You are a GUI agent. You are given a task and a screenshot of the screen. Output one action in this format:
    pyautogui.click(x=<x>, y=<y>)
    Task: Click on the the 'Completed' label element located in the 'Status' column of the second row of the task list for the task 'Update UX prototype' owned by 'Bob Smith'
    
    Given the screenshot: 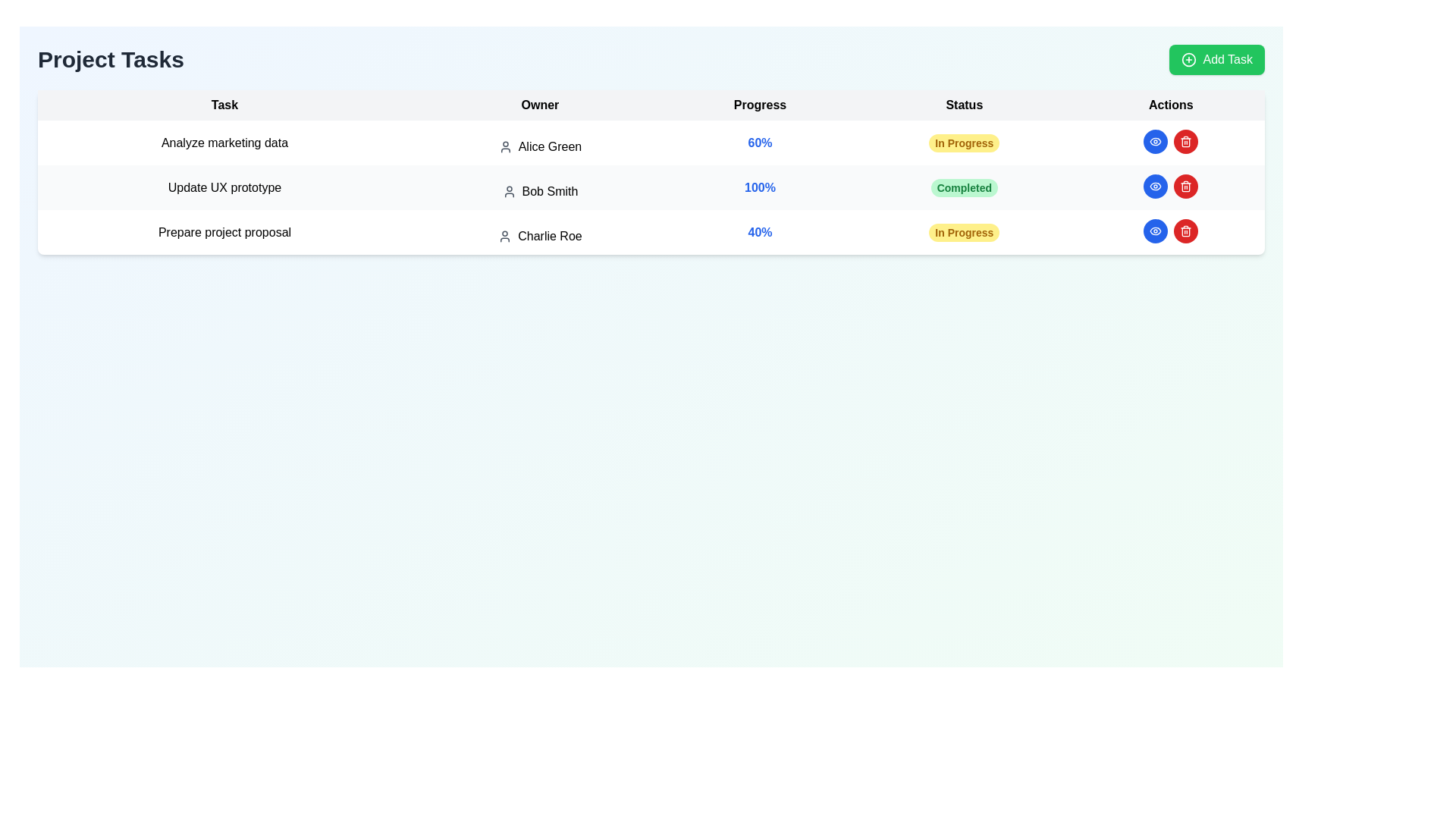 What is the action you would take?
    pyautogui.click(x=963, y=187)
    